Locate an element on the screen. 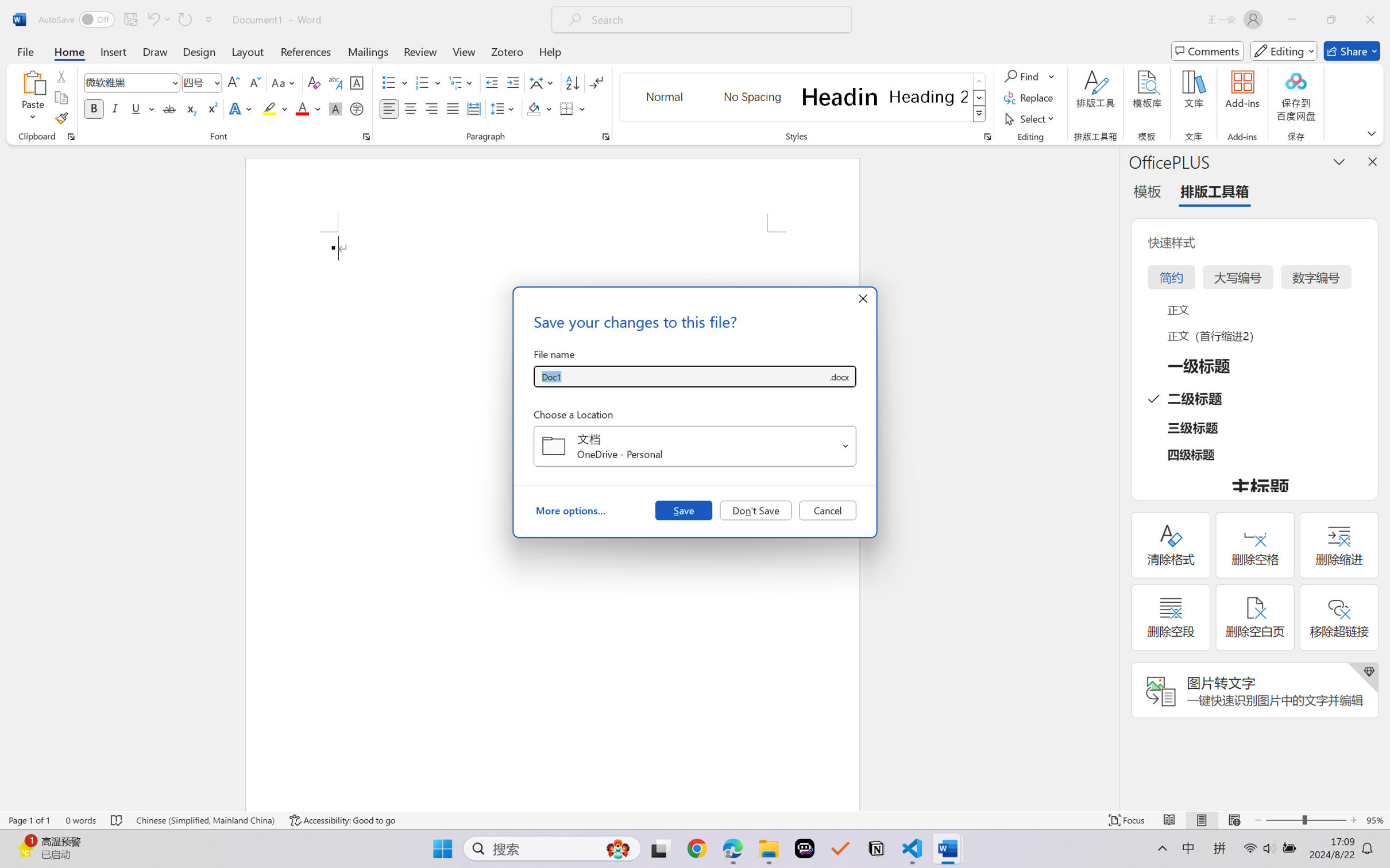 This screenshot has width=1390, height=868. 'Google Chrome' is located at coordinates (697, 848).